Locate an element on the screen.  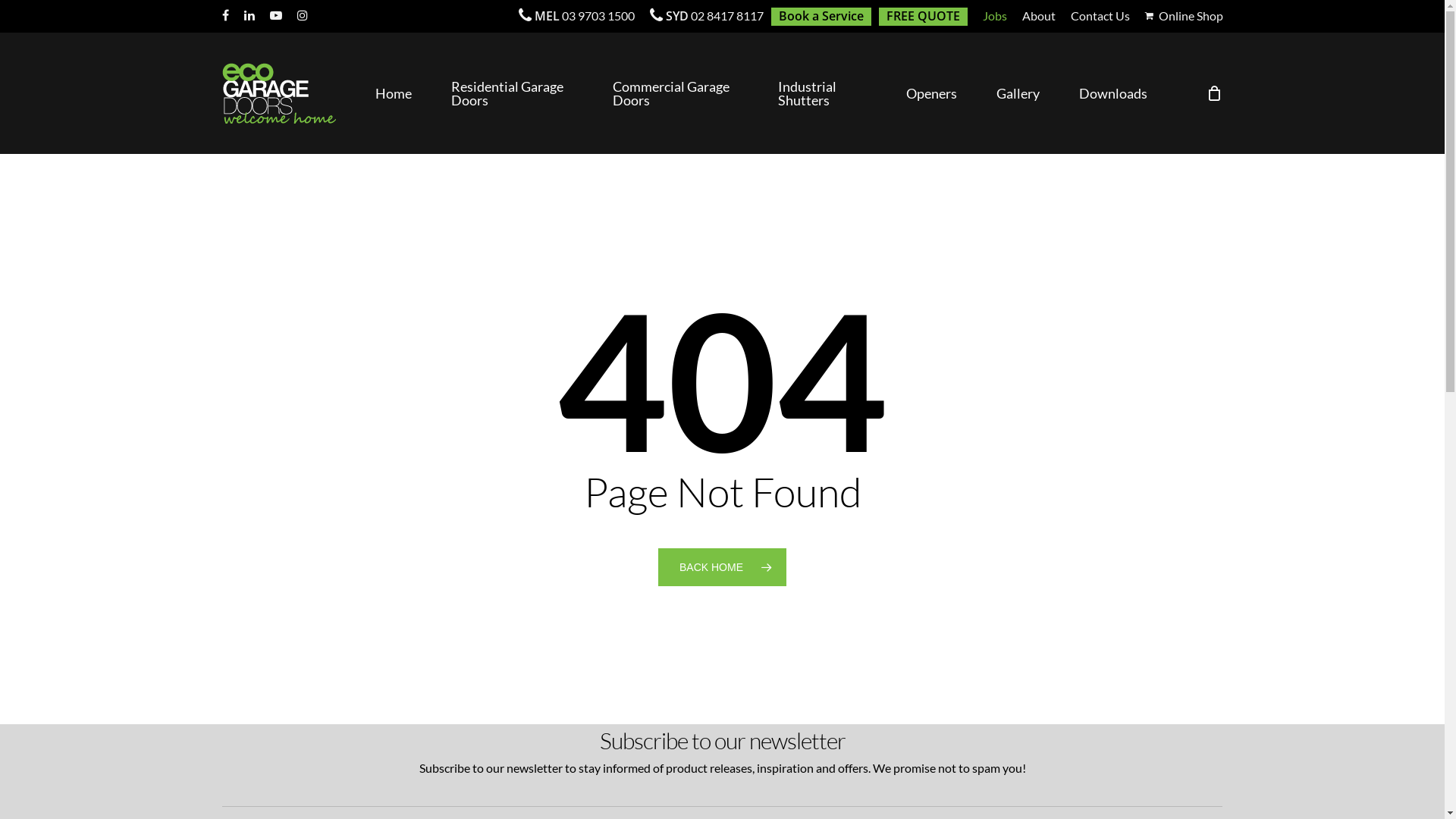
'youtube' is located at coordinates (276, 15).